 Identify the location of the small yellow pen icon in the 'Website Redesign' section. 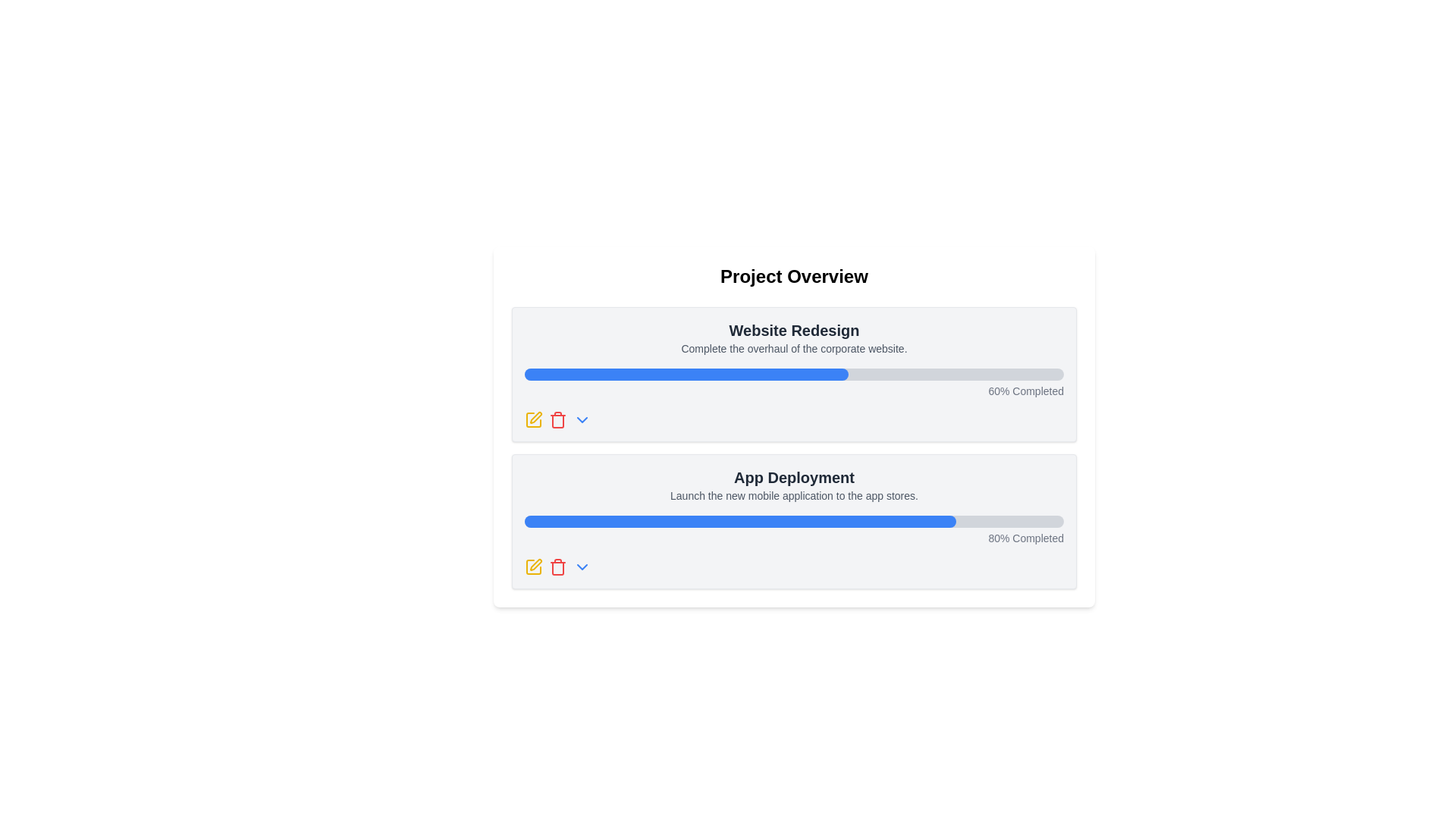
(535, 418).